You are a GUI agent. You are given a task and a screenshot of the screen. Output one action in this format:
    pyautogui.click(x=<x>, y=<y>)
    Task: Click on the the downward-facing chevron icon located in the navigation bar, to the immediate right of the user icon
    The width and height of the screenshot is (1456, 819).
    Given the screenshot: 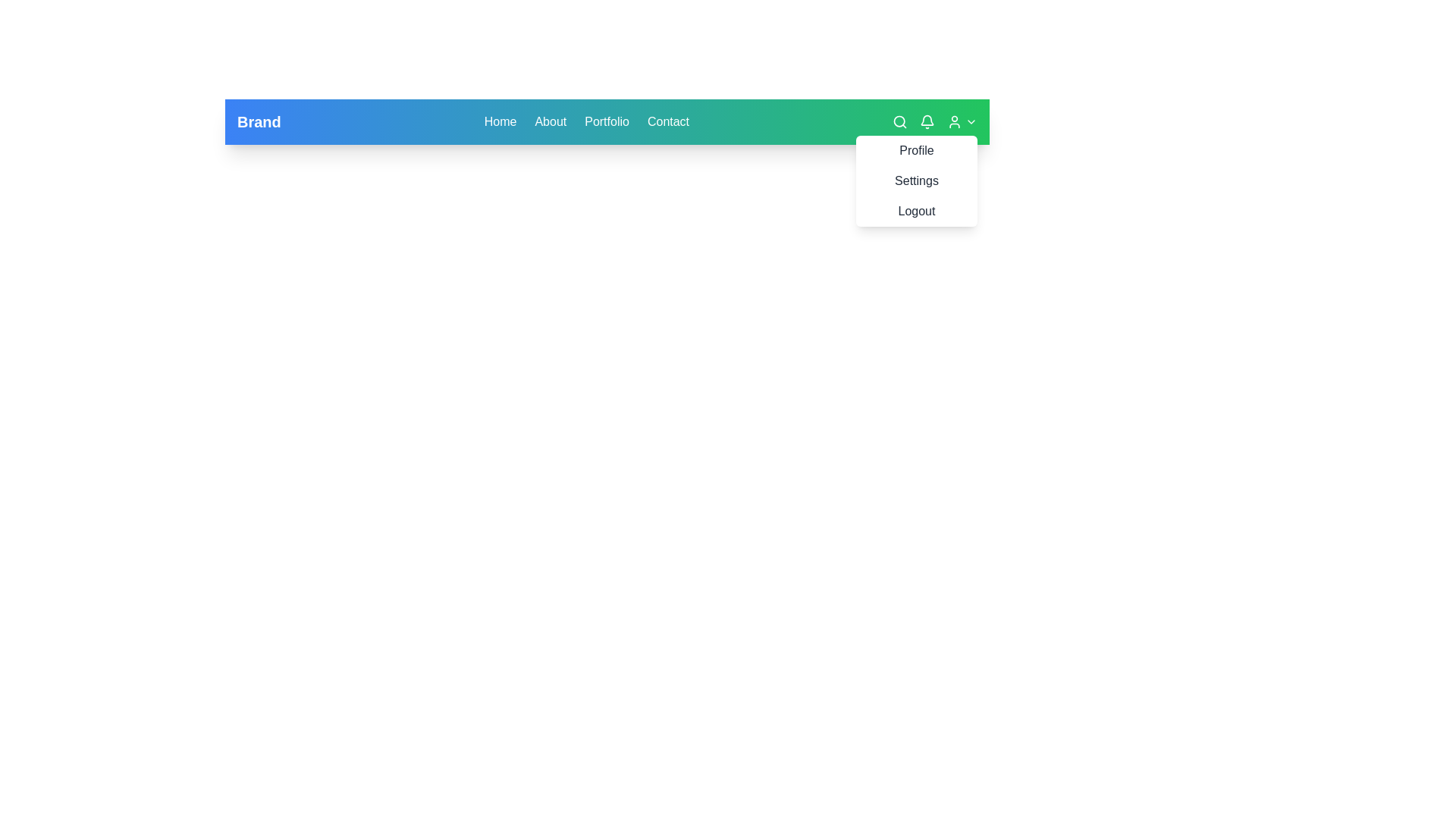 What is the action you would take?
    pyautogui.click(x=971, y=121)
    